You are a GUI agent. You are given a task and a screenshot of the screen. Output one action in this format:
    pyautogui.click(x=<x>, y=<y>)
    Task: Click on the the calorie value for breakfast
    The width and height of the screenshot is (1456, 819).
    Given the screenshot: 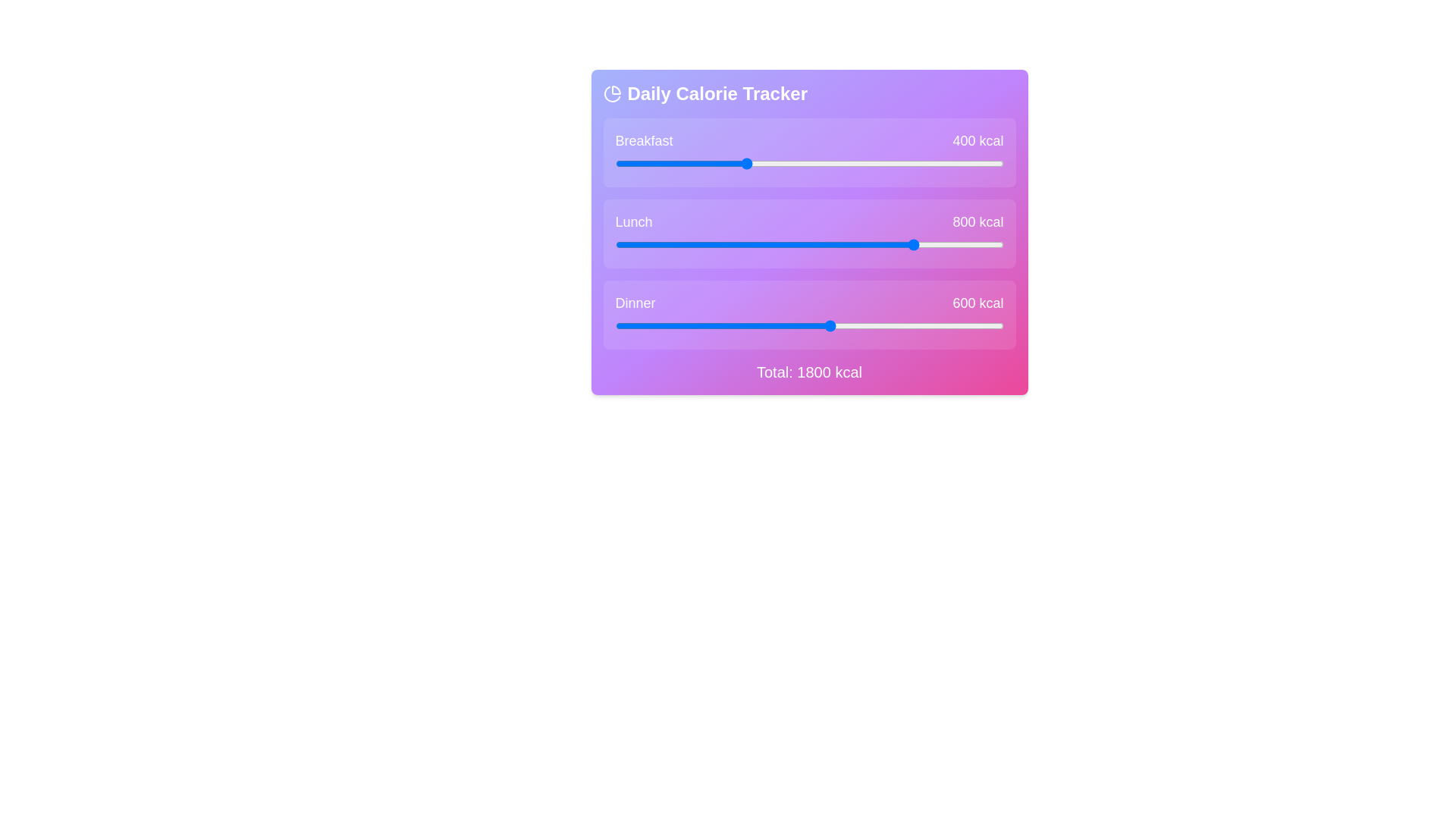 What is the action you would take?
    pyautogui.click(x=912, y=164)
    